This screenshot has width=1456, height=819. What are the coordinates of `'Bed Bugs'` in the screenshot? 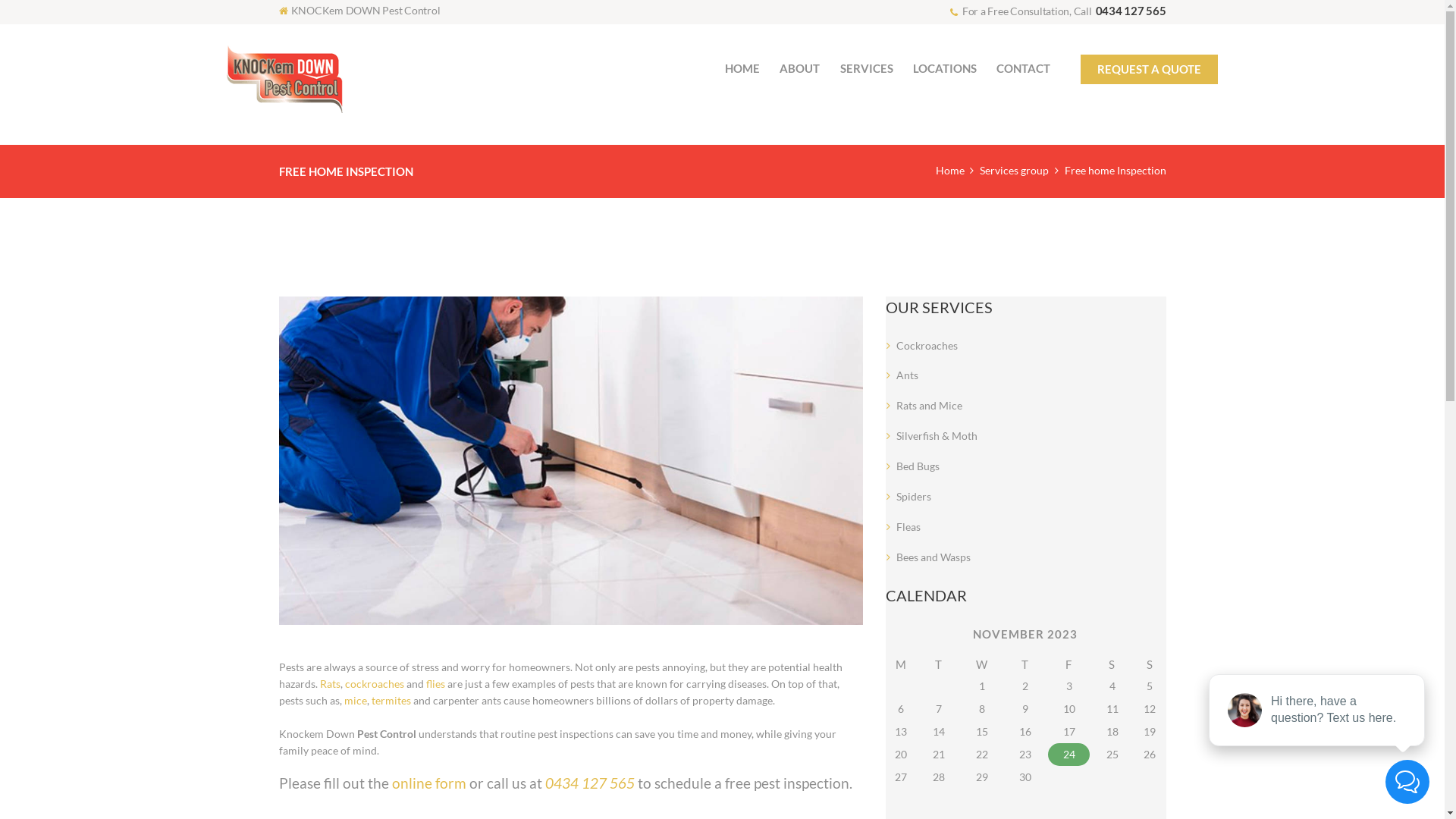 It's located at (917, 465).